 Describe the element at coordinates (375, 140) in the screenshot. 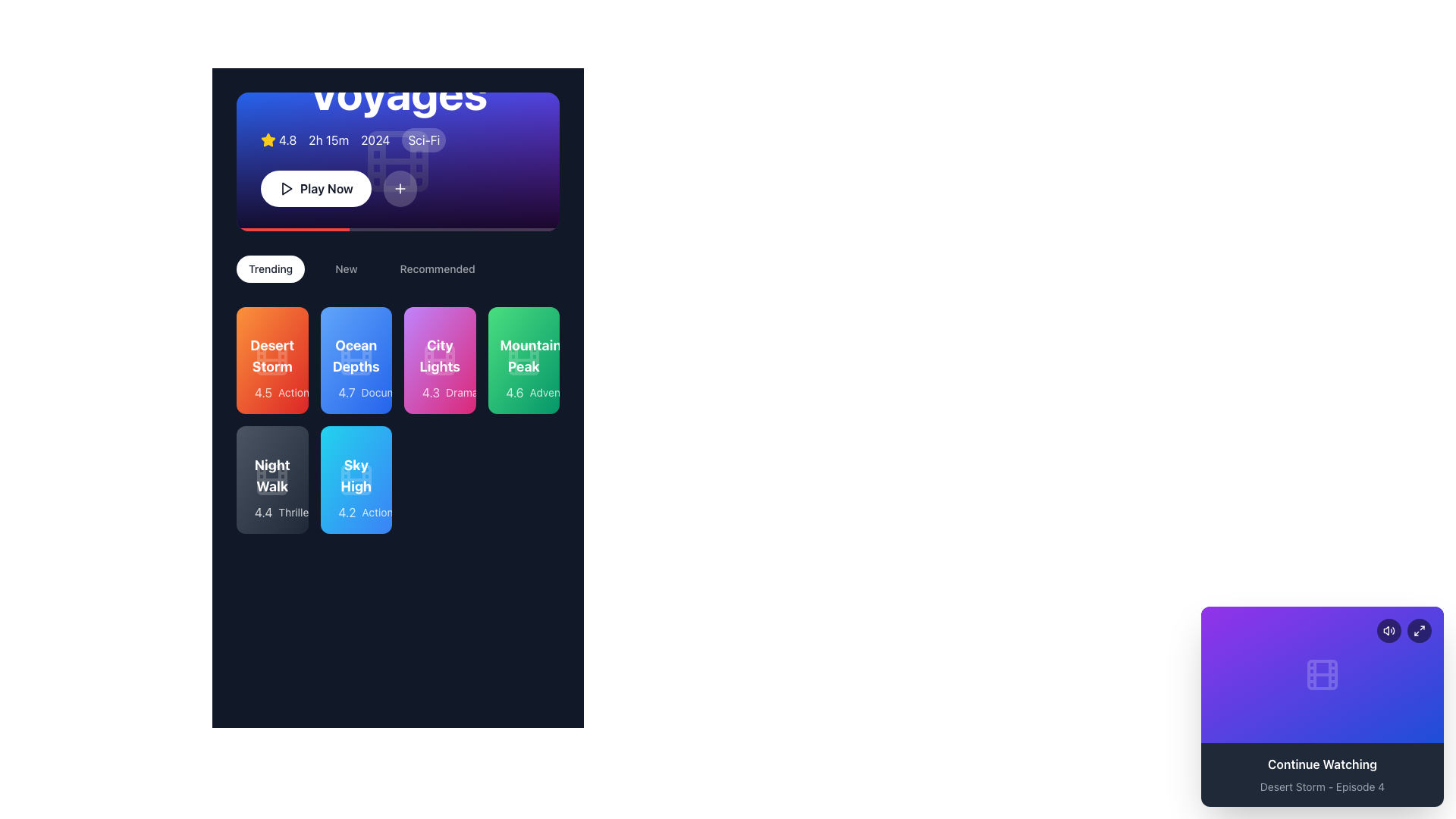

I see `the textual element displaying the year '2024' in white against a purple background, located between '2h 15m' and 'Sci-Fi'` at that location.